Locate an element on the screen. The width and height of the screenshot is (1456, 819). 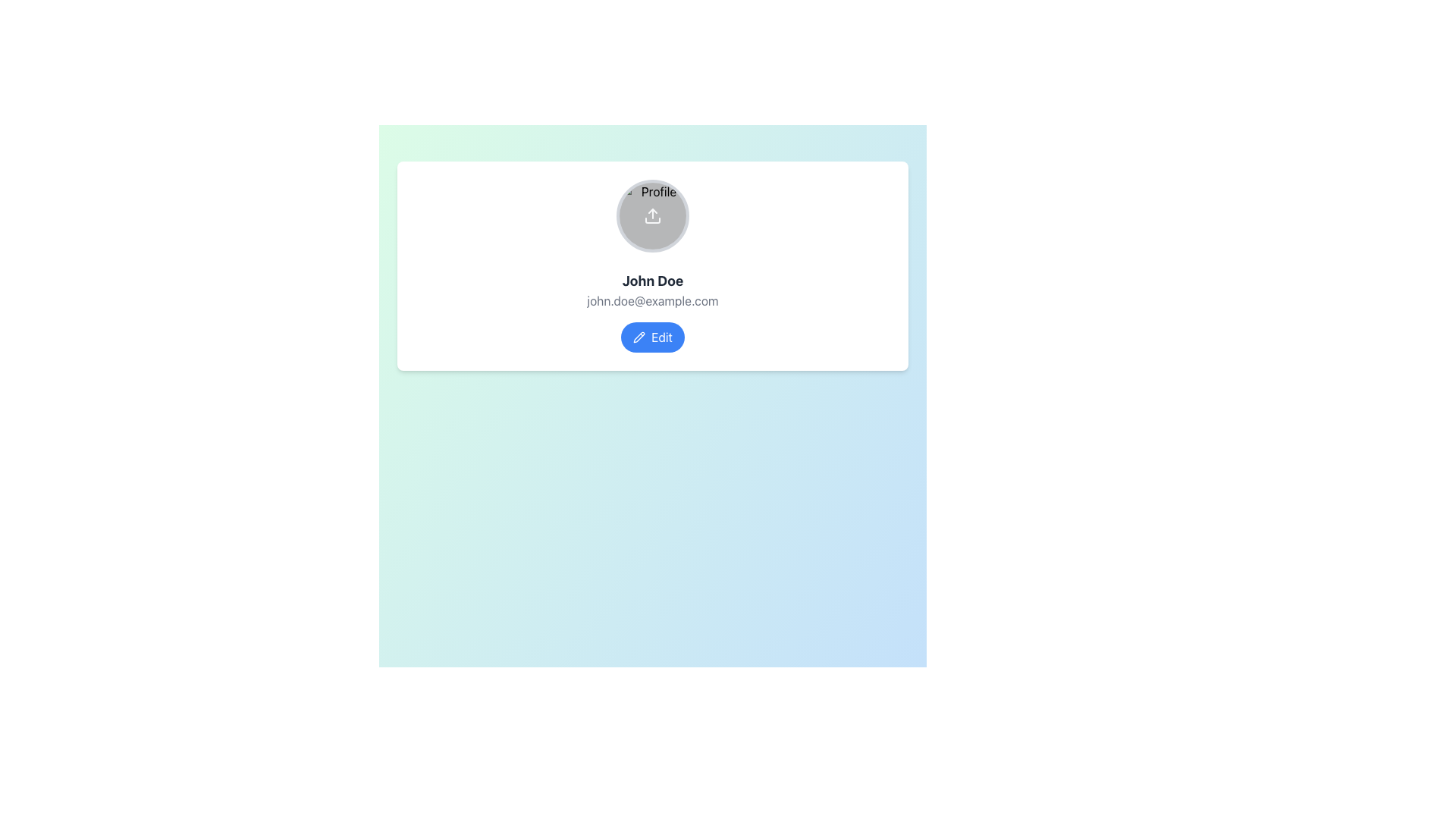
the profile image placeholder to upload a photo, which is located centrally above the name 'John Doe' and email 'john.doe@example.com' is located at coordinates (652, 216).